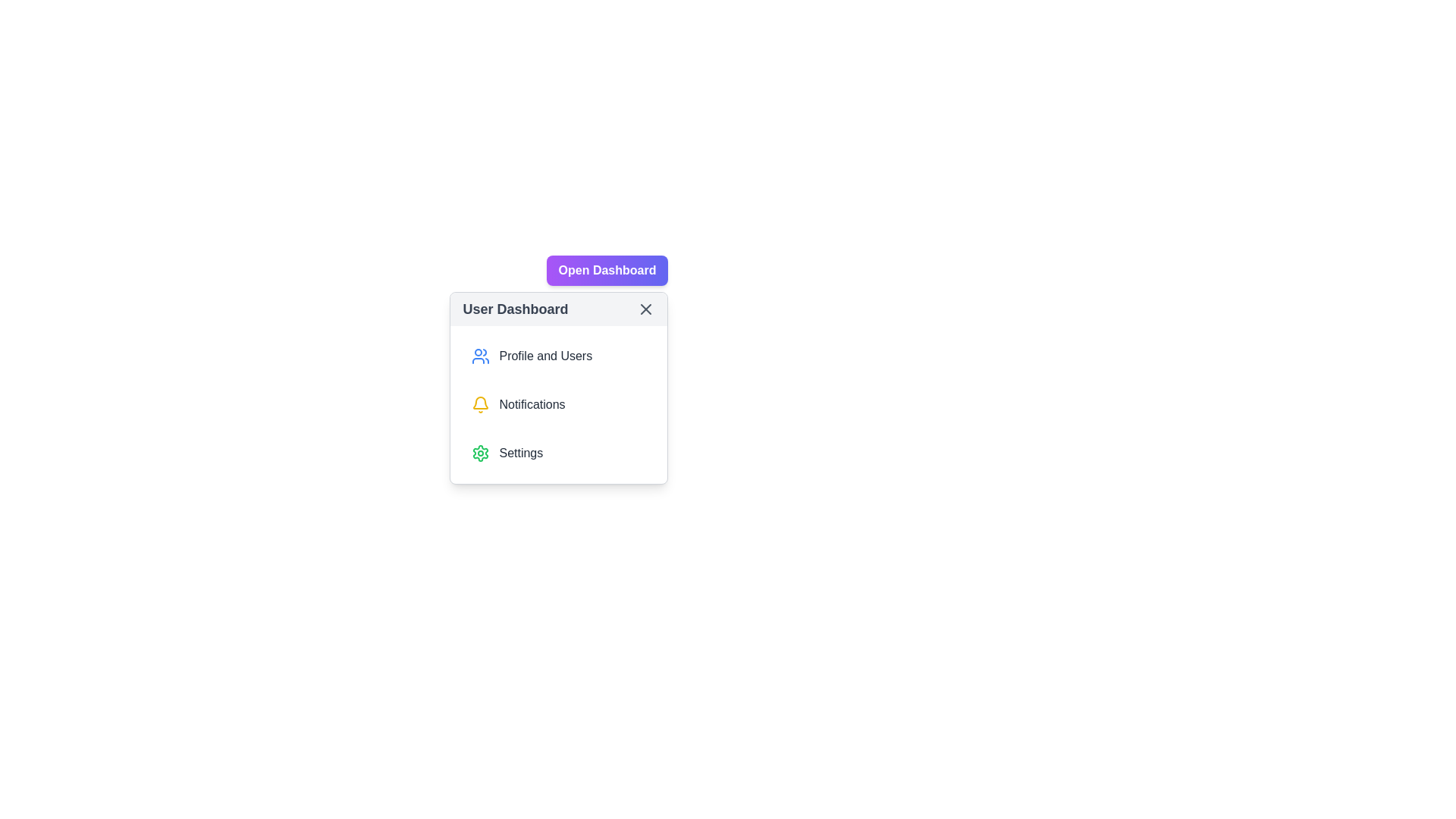 The image size is (1456, 819). What do you see at coordinates (558, 388) in the screenshot?
I see `the dropdown menu located below and aligned to the right of the 'Open Dashboard' button` at bounding box center [558, 388].